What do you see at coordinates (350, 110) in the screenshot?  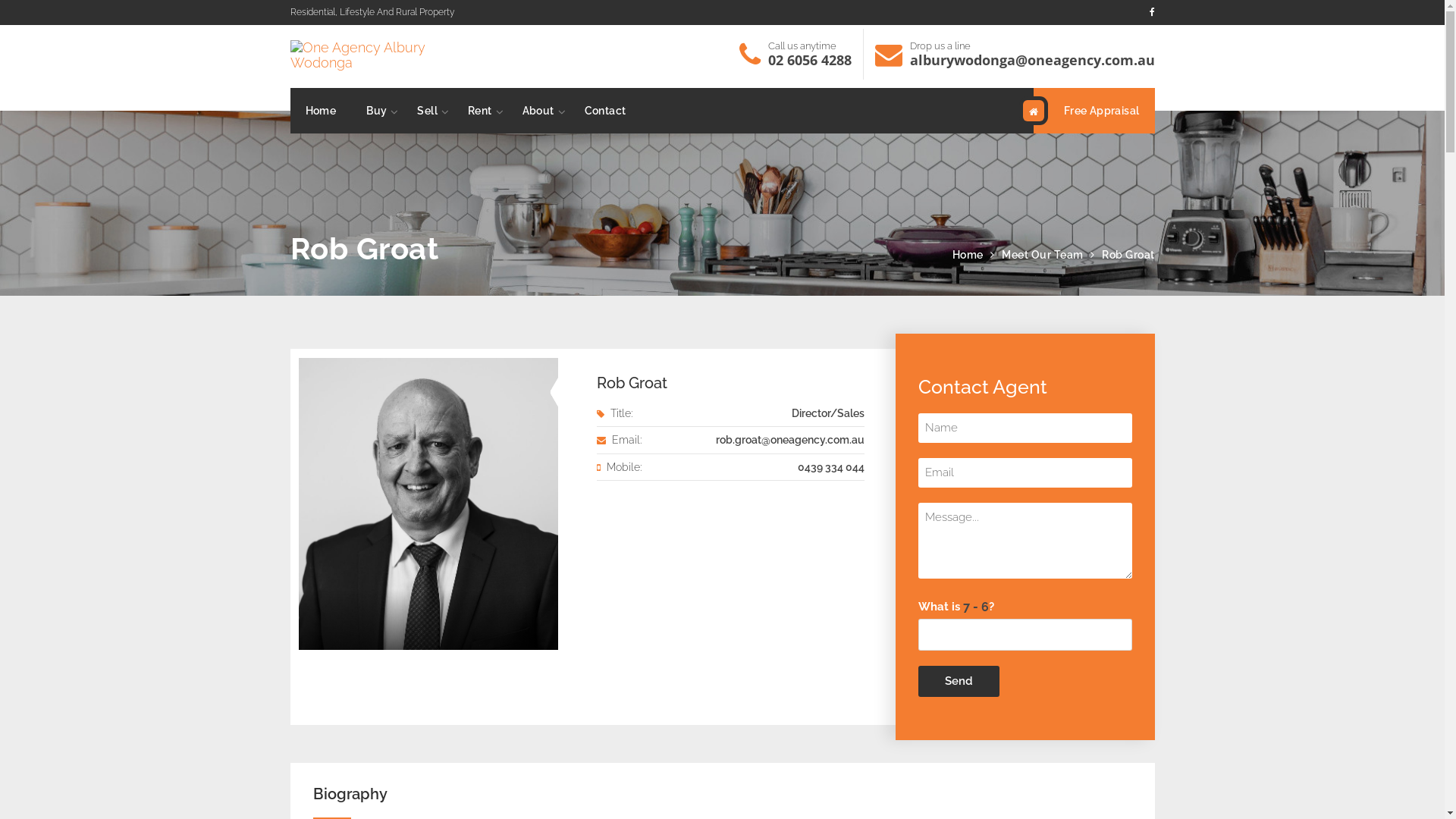 I see `'Buy'` at bounding box center [350, 110].